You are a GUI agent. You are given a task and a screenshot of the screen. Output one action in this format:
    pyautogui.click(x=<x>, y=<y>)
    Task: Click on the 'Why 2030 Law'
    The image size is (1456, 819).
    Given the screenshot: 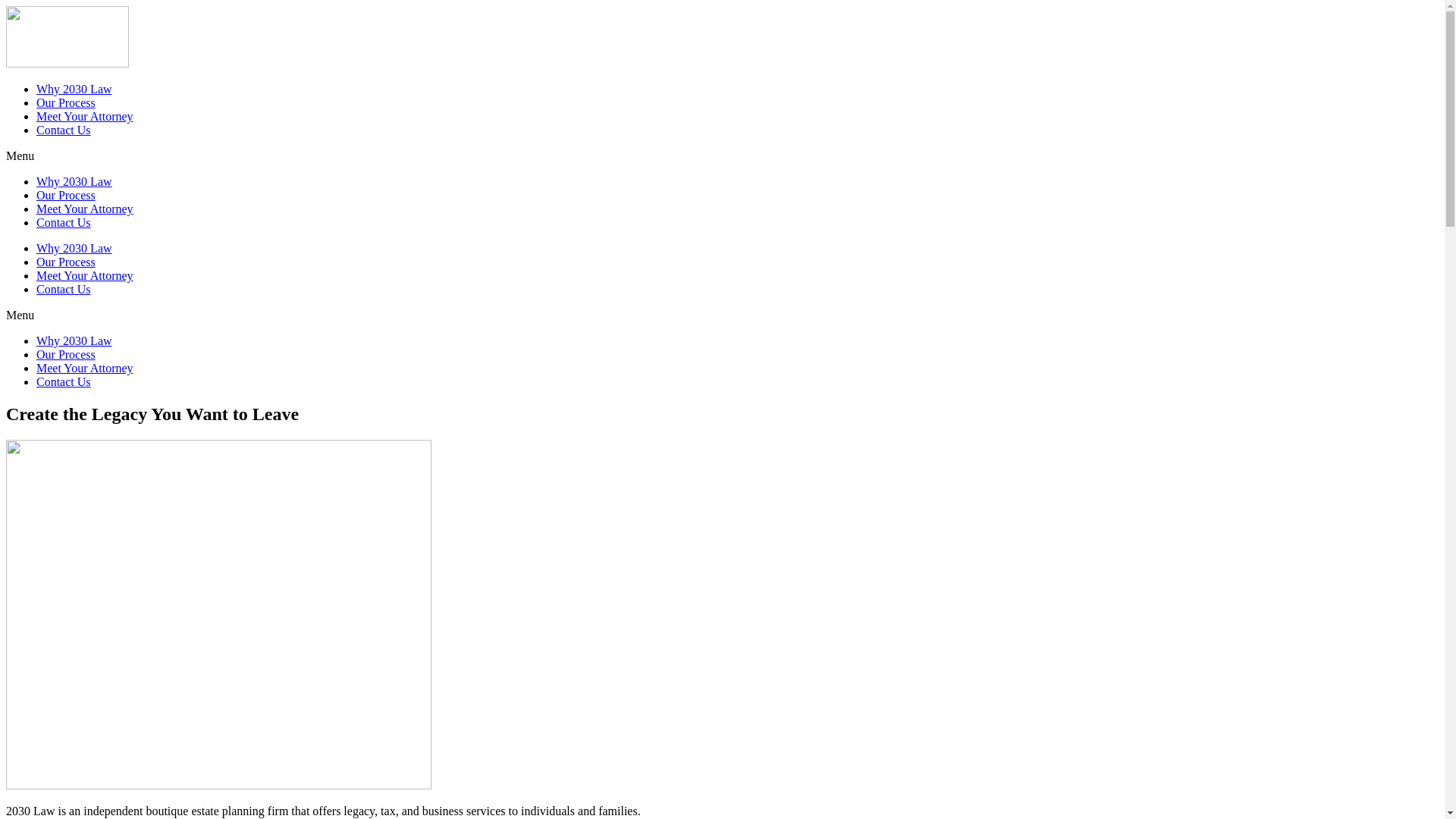 What is the action you would take?
    pyautogui.click(x=73, y=247)
    